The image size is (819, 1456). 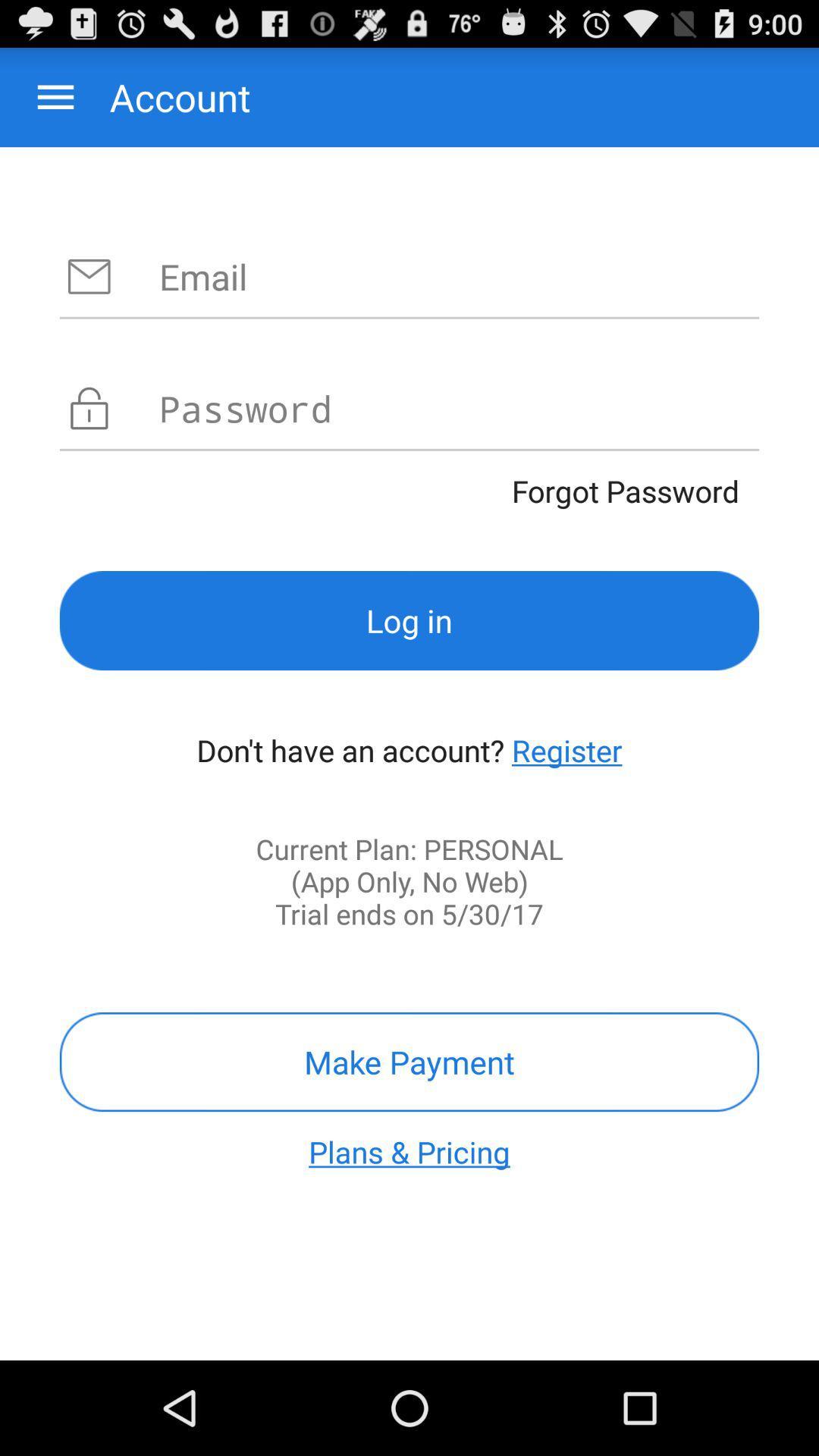 What do you see at coordinates (566, 750) in the screenshot?
I see `item below the log in icon` at bounding box center [566, 750].